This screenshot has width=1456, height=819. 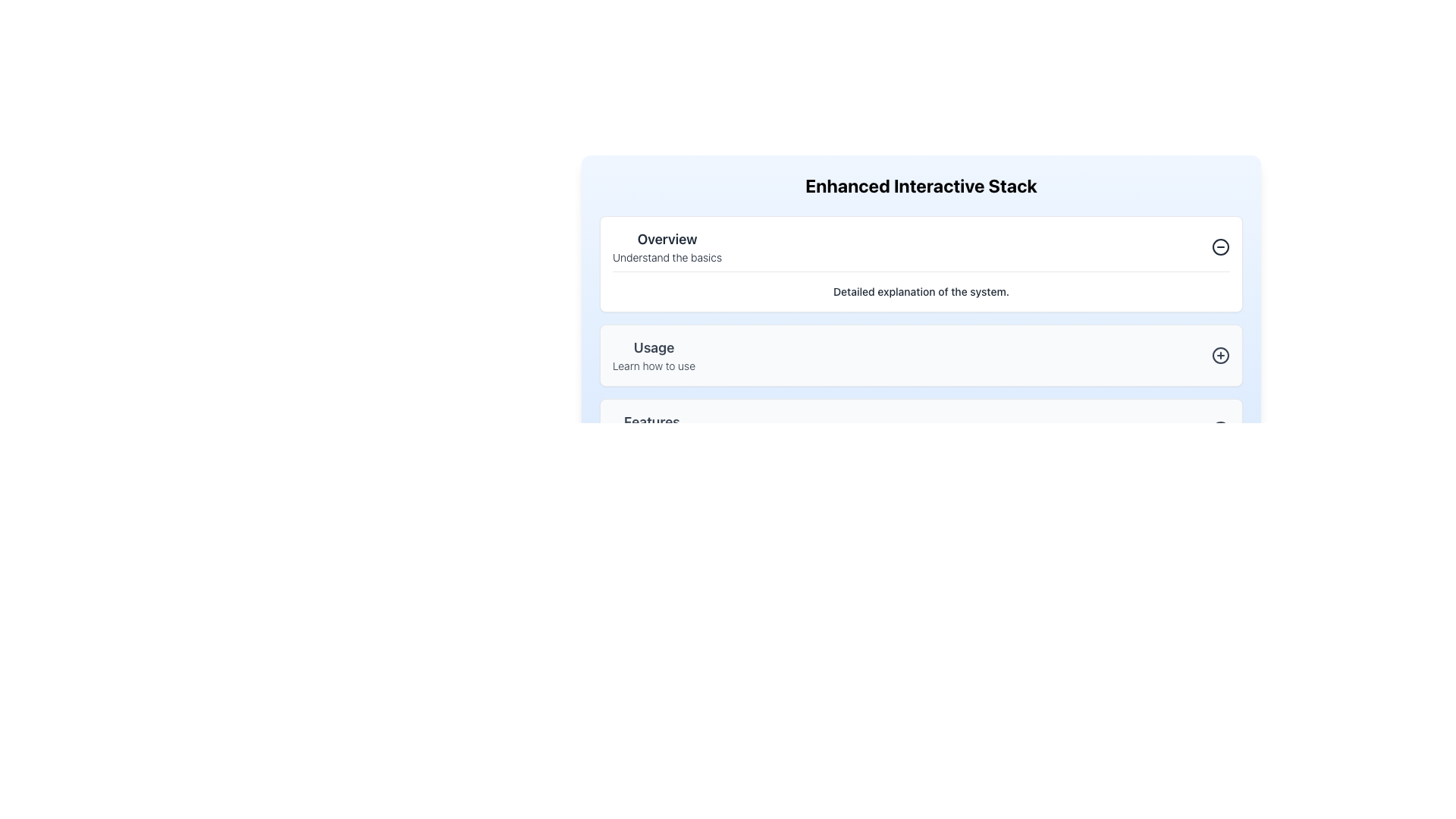 What do you see at coordinates (654, 348) in the screenshot?
I see `text label 'Usage', which is a large and bold font text aligned to the left, positioned between the 'Overview' section and the 'Learn how to use' text` at bounding box center [654, 348].